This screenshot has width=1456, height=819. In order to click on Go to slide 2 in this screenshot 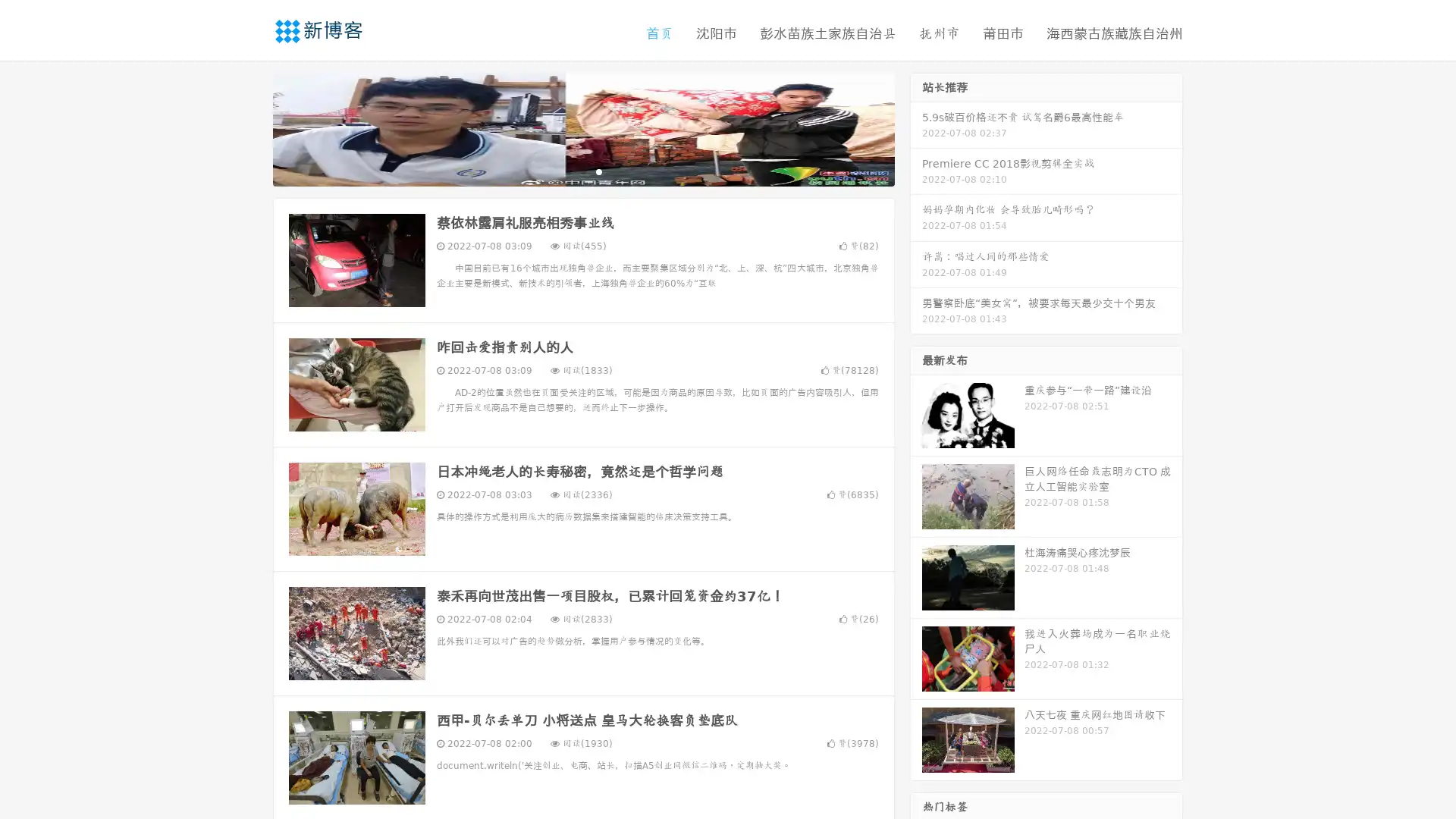, I will do `click(582, 171)`.